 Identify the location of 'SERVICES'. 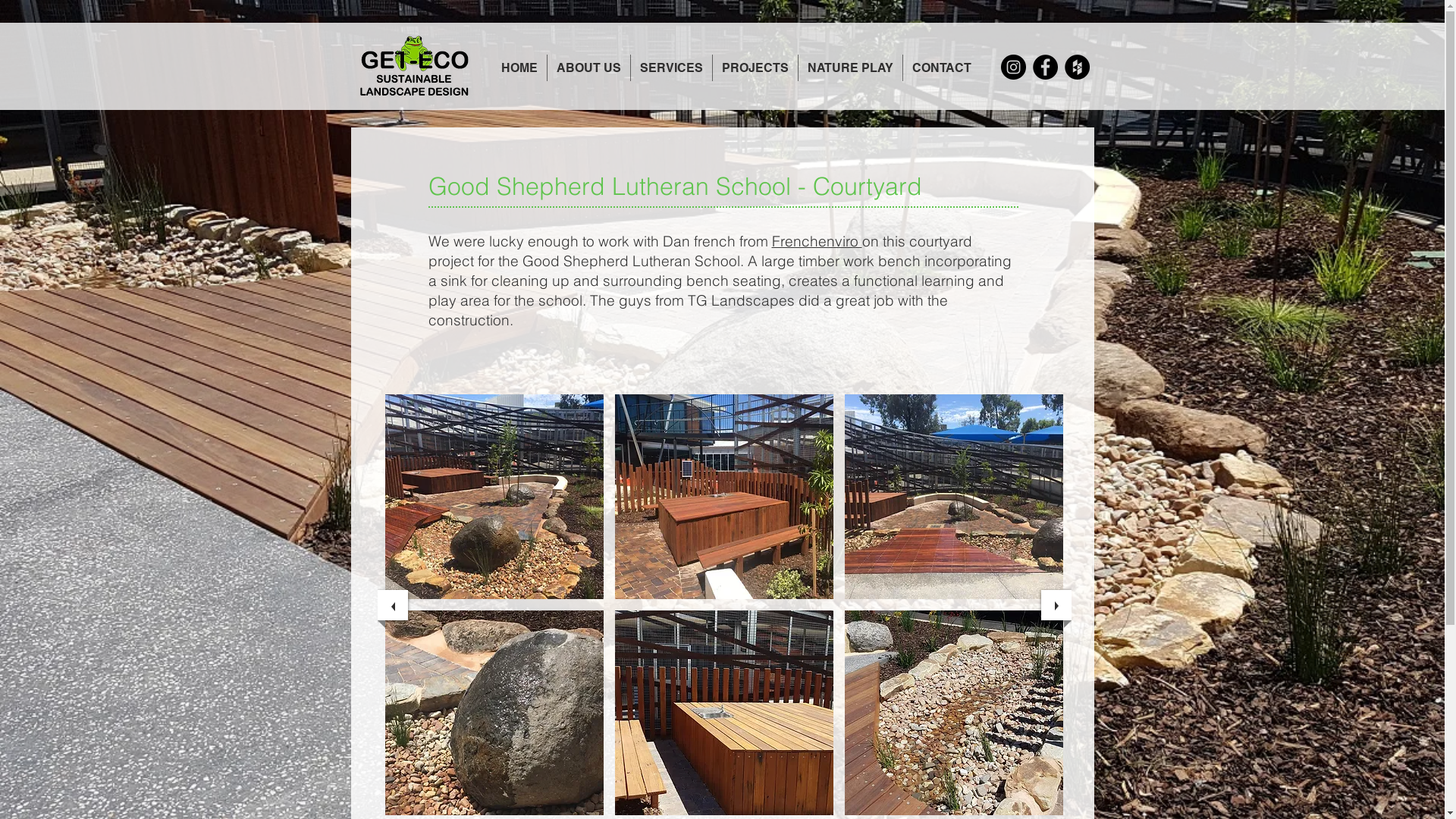
(670, 67).